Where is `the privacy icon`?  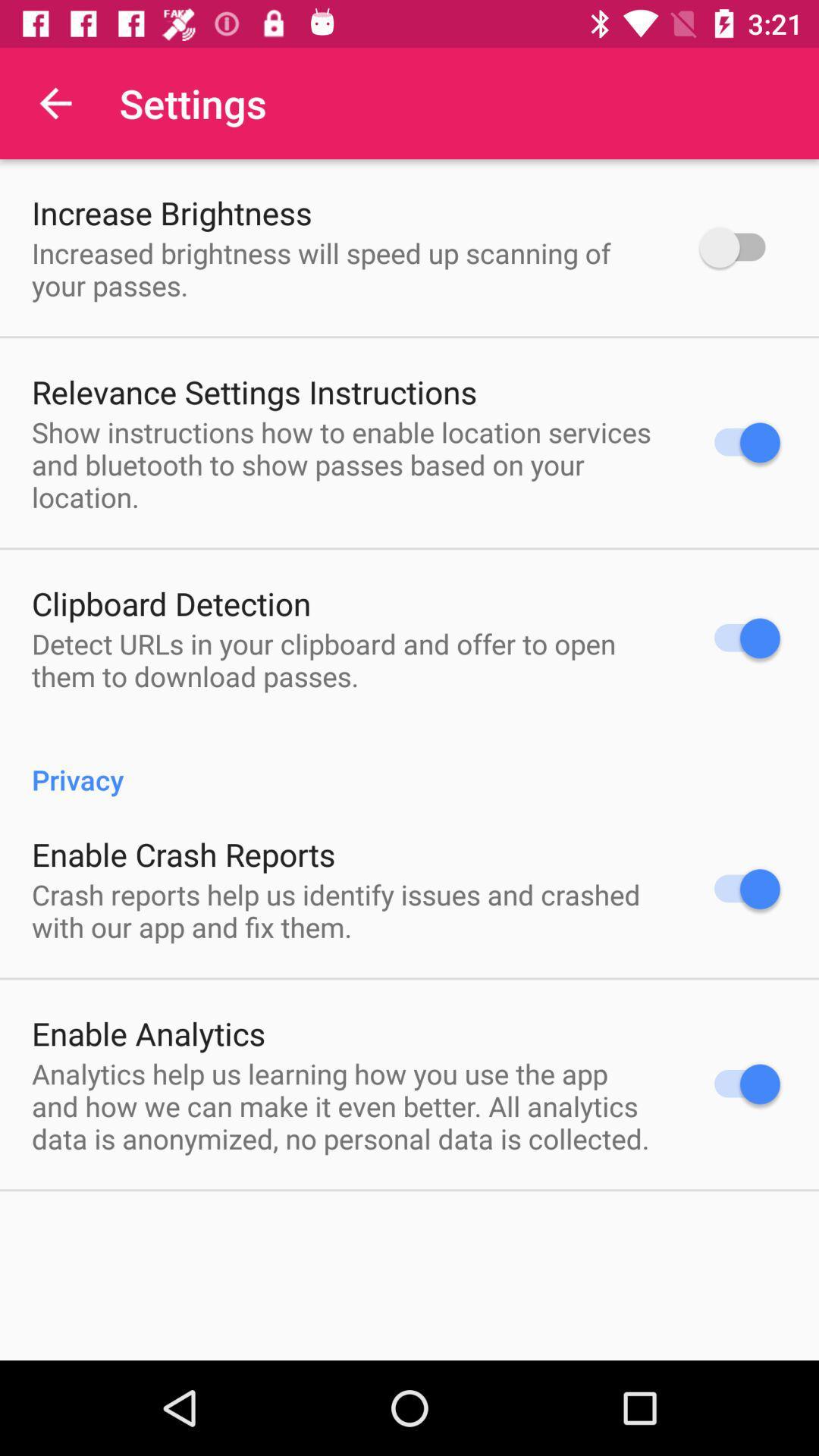 the privacy icon is located at coordinates (409, 764).